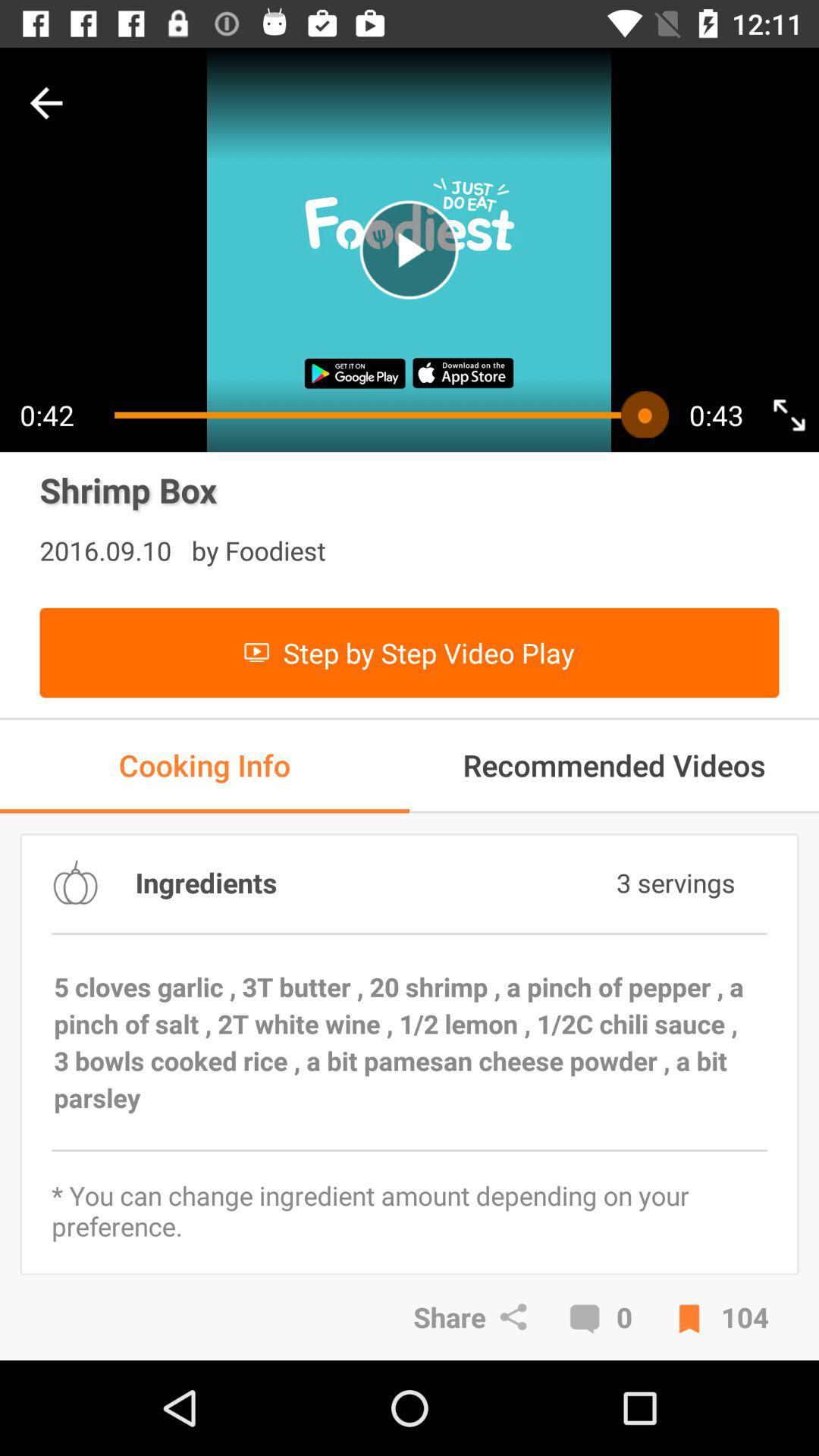  I want to click on playing the option, so click(408, 249).